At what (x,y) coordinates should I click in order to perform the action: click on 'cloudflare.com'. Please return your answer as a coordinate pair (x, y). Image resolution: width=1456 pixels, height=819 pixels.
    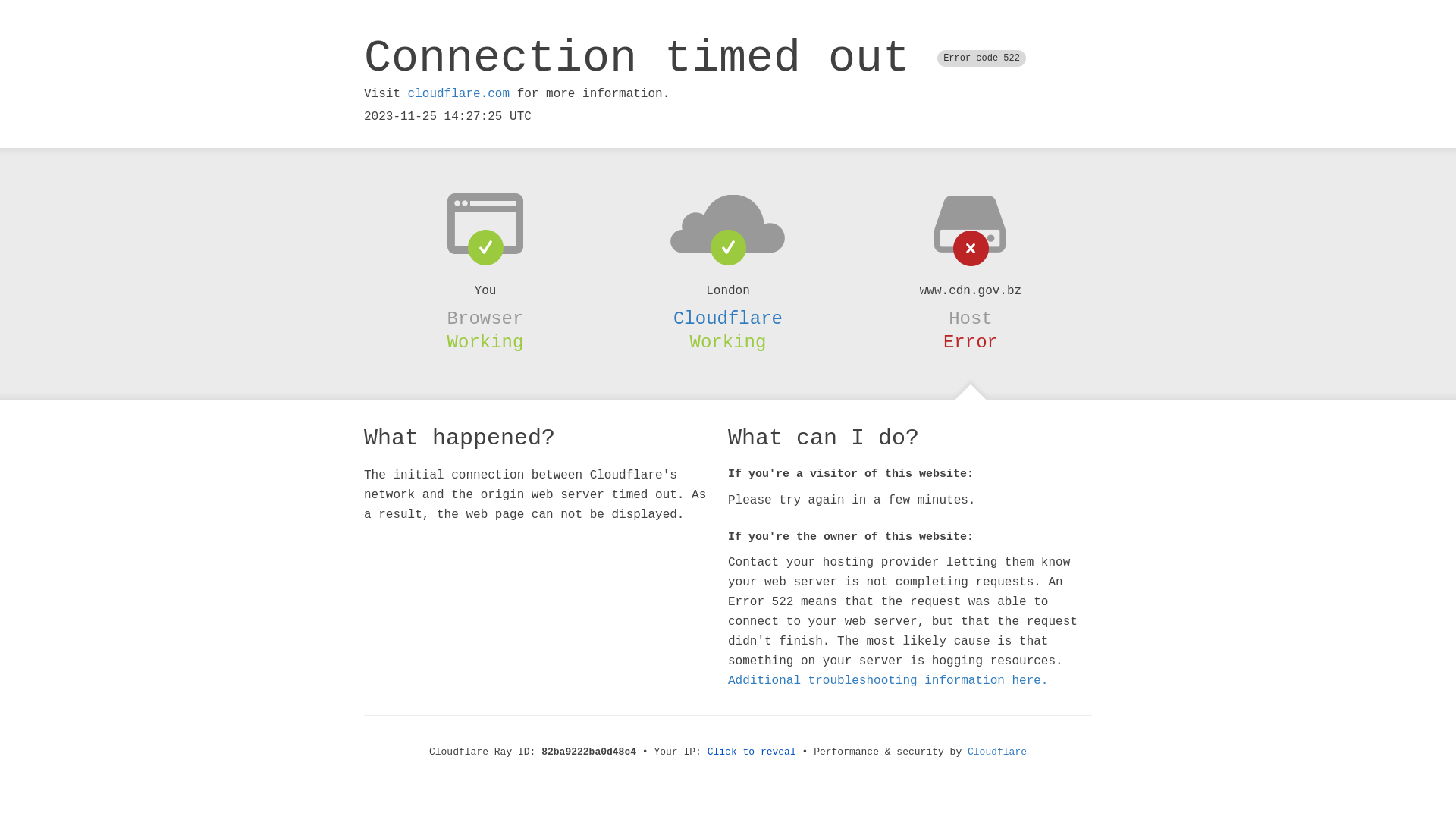
    Looking at the image, I should click on (457, 93).